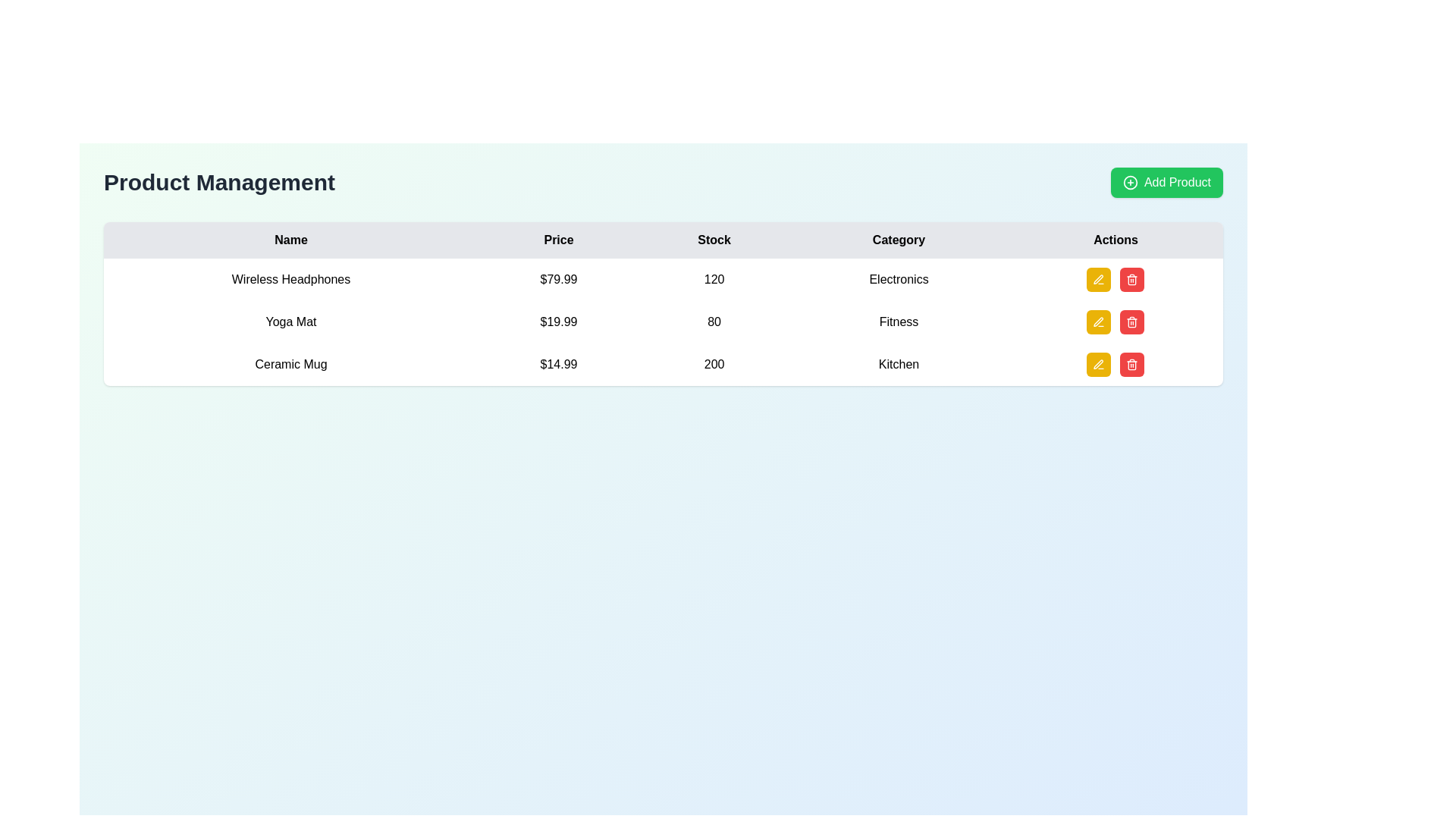 The height and width of the screenshot is (819, 1456). What do you see at coordinates (899, 239) in the screenshot?
I see `the header label for the 'Category' column in the table, which provides context for the data in that column` at bounding box center [899, 239].